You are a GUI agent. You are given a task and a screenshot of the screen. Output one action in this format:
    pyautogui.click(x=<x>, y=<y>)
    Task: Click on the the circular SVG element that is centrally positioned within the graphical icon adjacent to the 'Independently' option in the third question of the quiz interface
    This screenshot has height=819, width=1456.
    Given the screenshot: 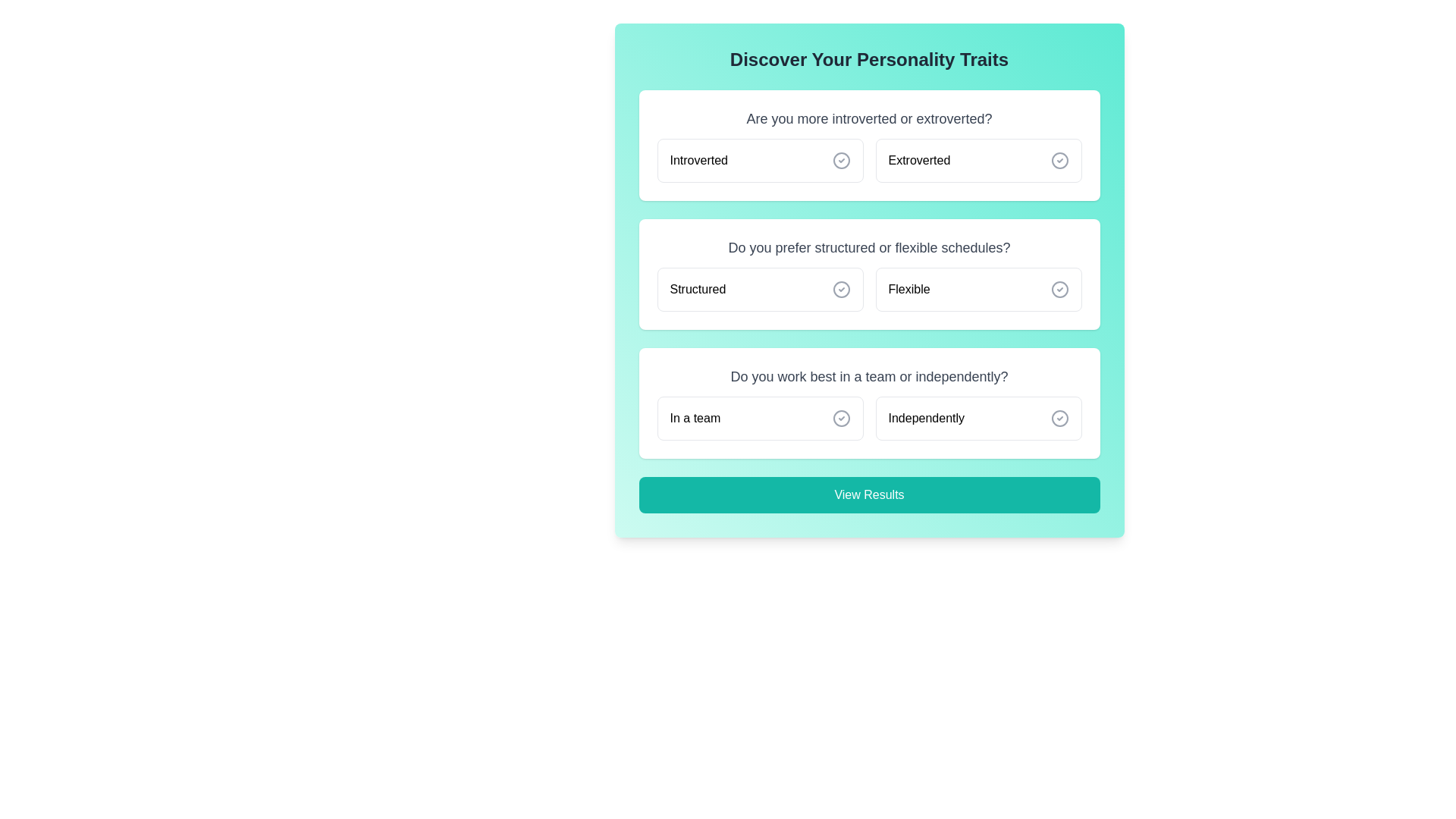 What is the action you would take?
    pyautogui.click(x=1059, y=418)
    